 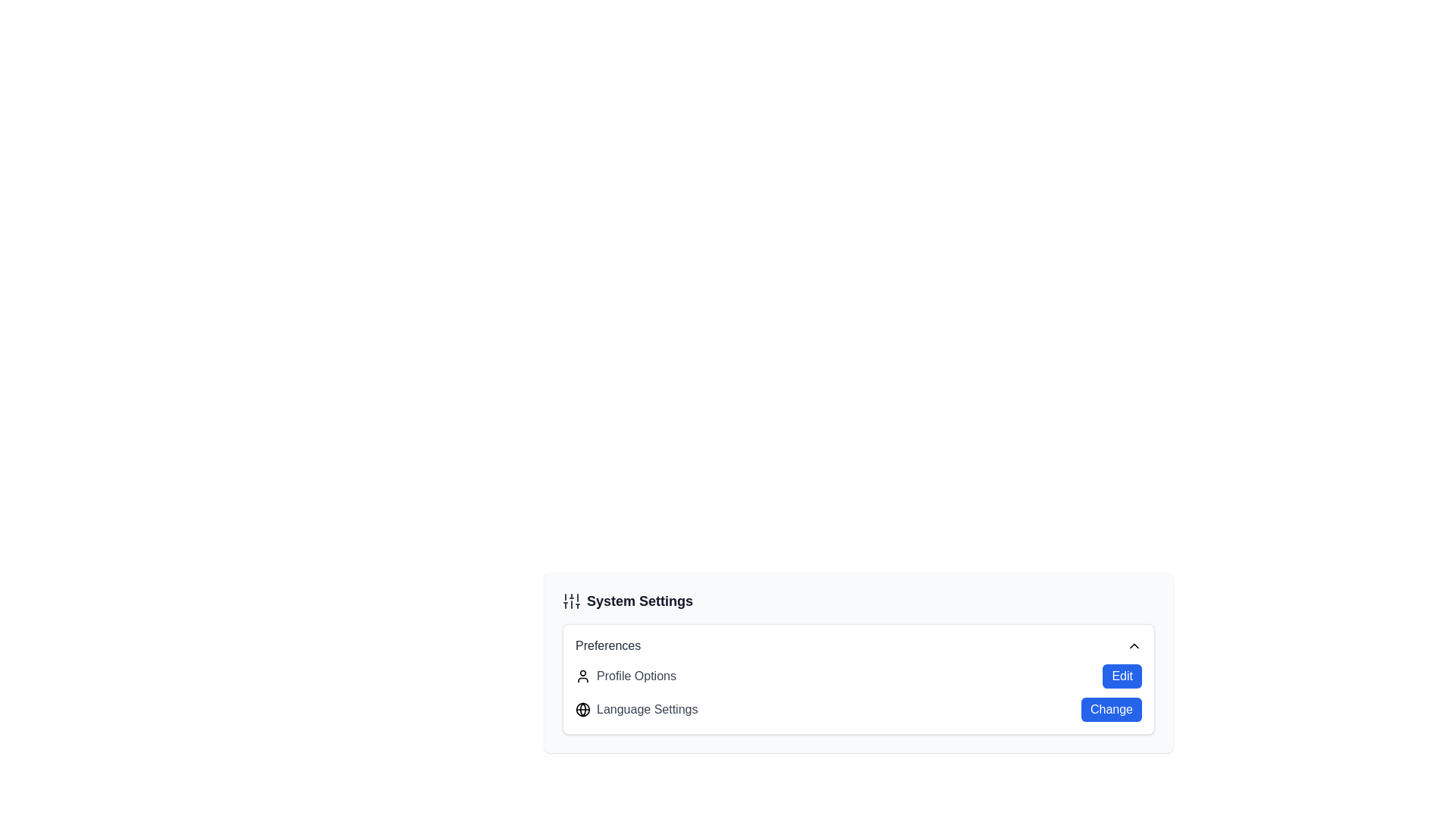 What do you see at coordinates (858, 693) in the screenshot?
I see `the 'Change' button in the 'Language Settings' row to configure language settings` at bounding box center [858, 693].